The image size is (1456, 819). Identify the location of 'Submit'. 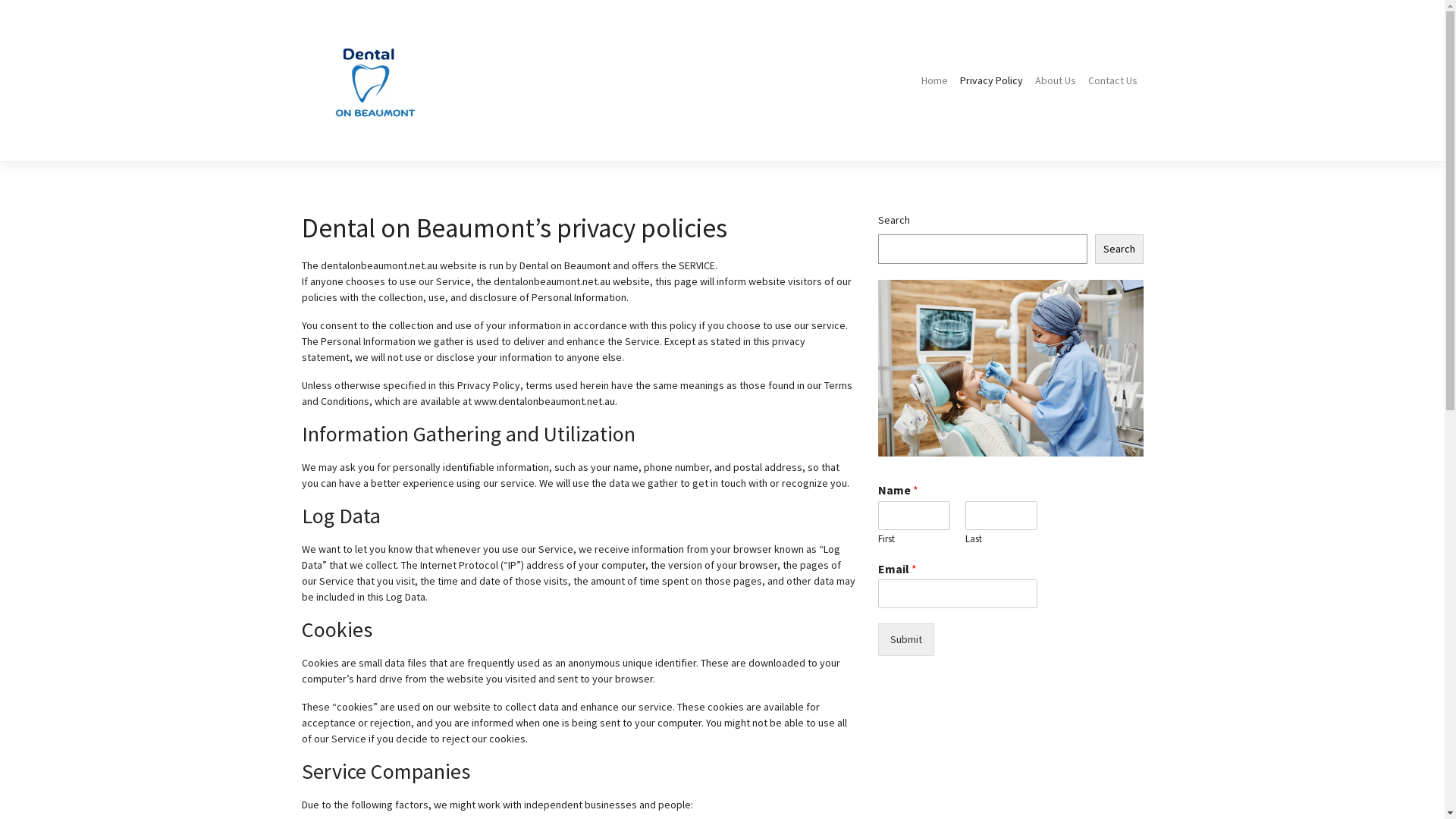
(906, 639).